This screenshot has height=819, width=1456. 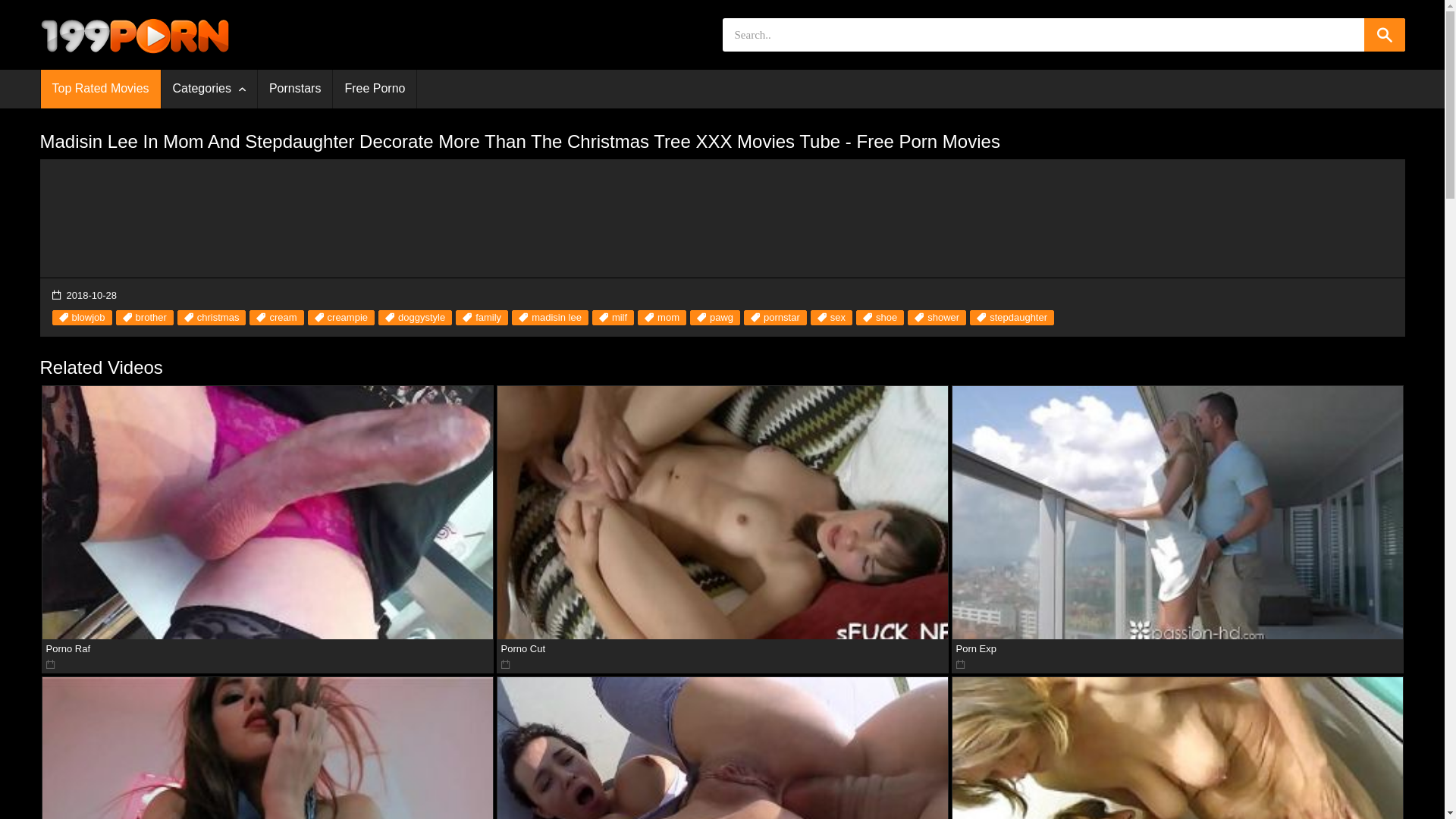 What do you see at coordinates (276, 317) in the screenshot?
I see `'cream'` at bounding box center [276, 317].